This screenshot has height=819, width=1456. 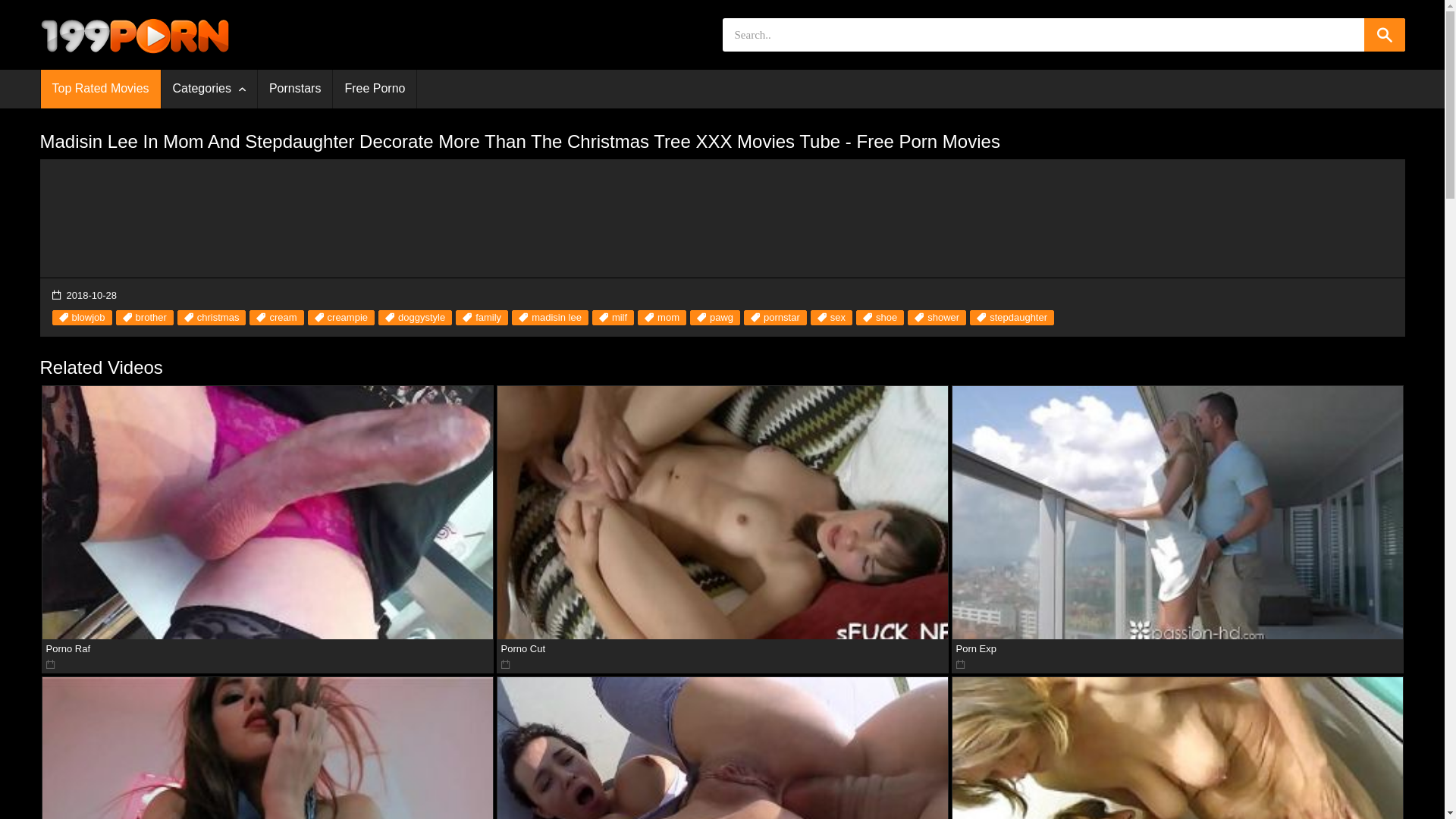 What do you see at coordinates (276, 317) in the screenshot?
I see `'cream'` at bounding box center [276, 317].